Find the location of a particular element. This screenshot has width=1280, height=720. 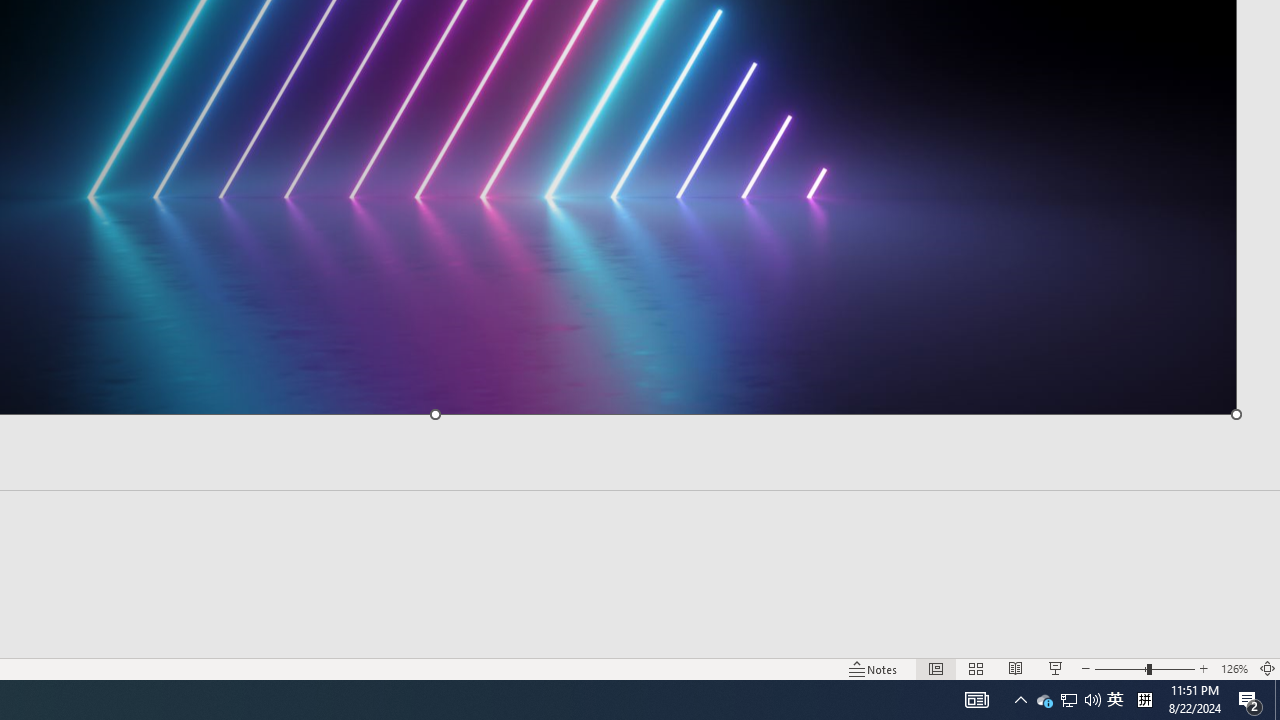

'Zoom 126%' is located at coordinates (1233, 669).